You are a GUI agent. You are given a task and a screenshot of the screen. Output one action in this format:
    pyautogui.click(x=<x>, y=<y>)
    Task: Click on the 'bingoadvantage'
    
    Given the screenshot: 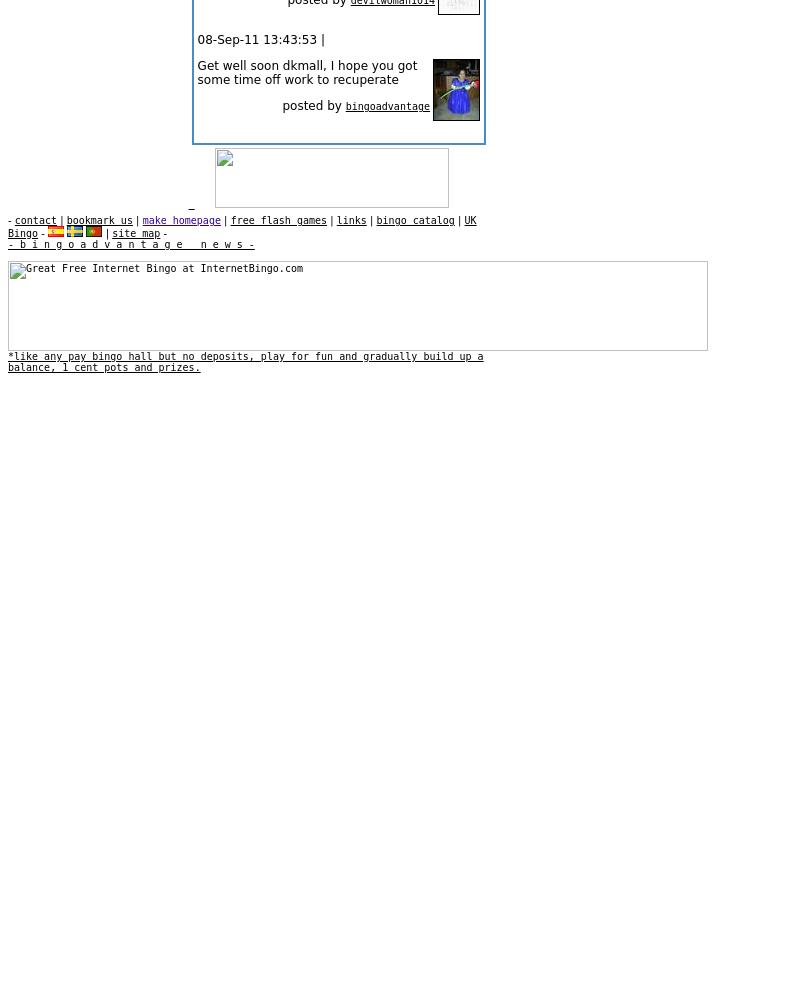 What is the action you would take?
    pyautogui.click(x=386, y=105)
    